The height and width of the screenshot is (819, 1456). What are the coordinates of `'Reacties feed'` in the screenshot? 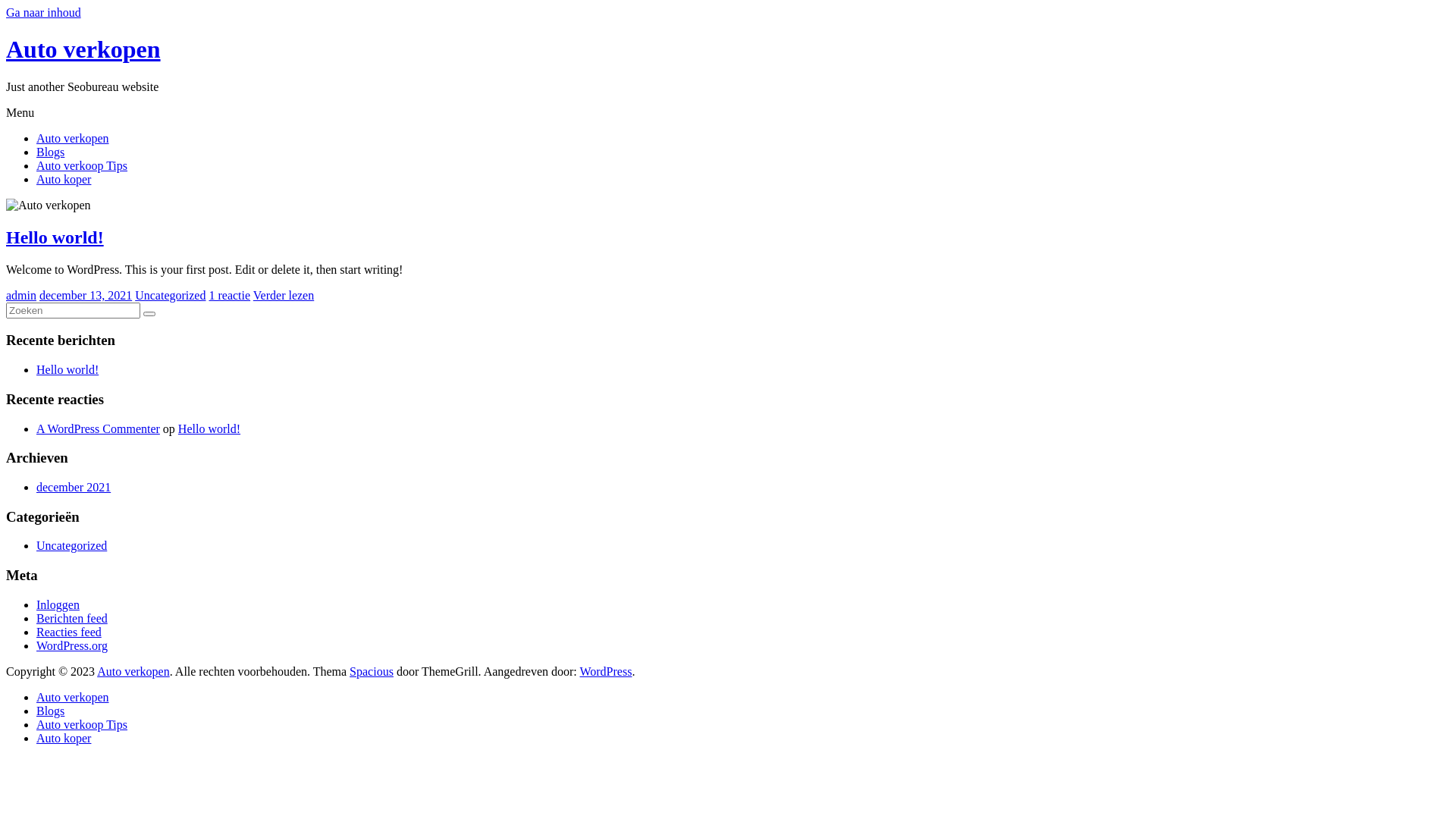 It's located at (36, 632).